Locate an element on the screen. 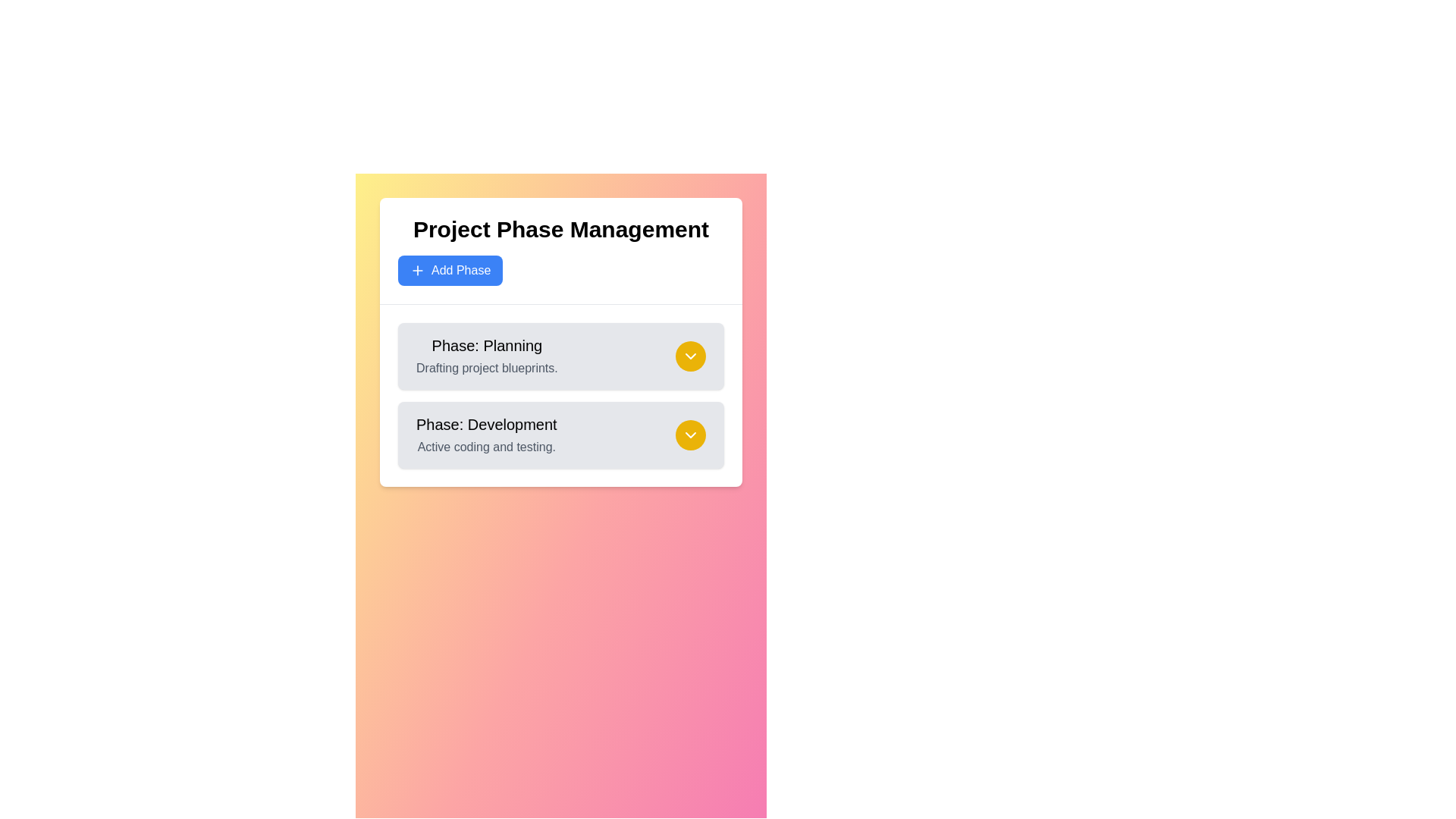 Image resolution: width=1456 pixels, height=819 pixels. the dropdown toggler button located on the far-right side of the 'Phase: Development' section is located at coordinates (690, 435).